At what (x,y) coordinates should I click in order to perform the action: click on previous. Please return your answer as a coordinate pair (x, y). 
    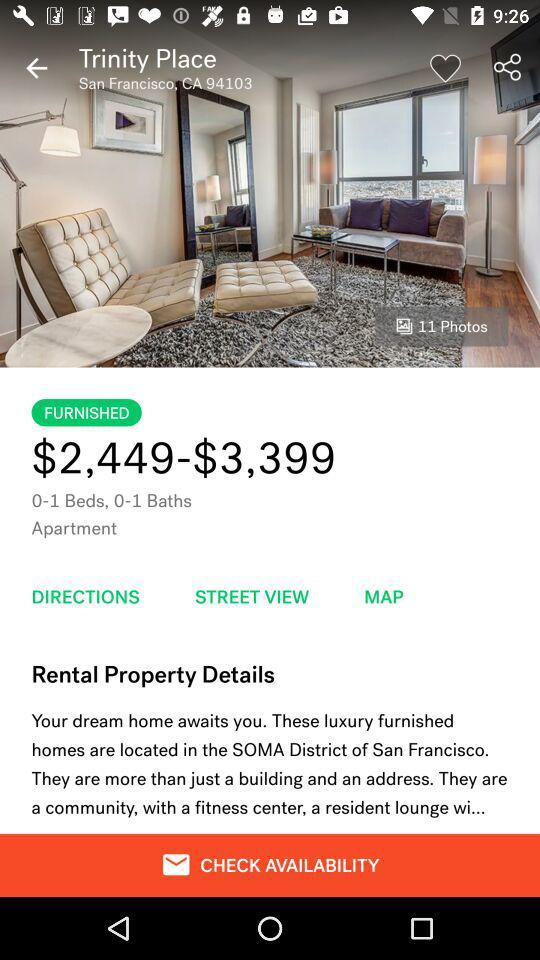
    Looking at the image, I should click on (36, 68).